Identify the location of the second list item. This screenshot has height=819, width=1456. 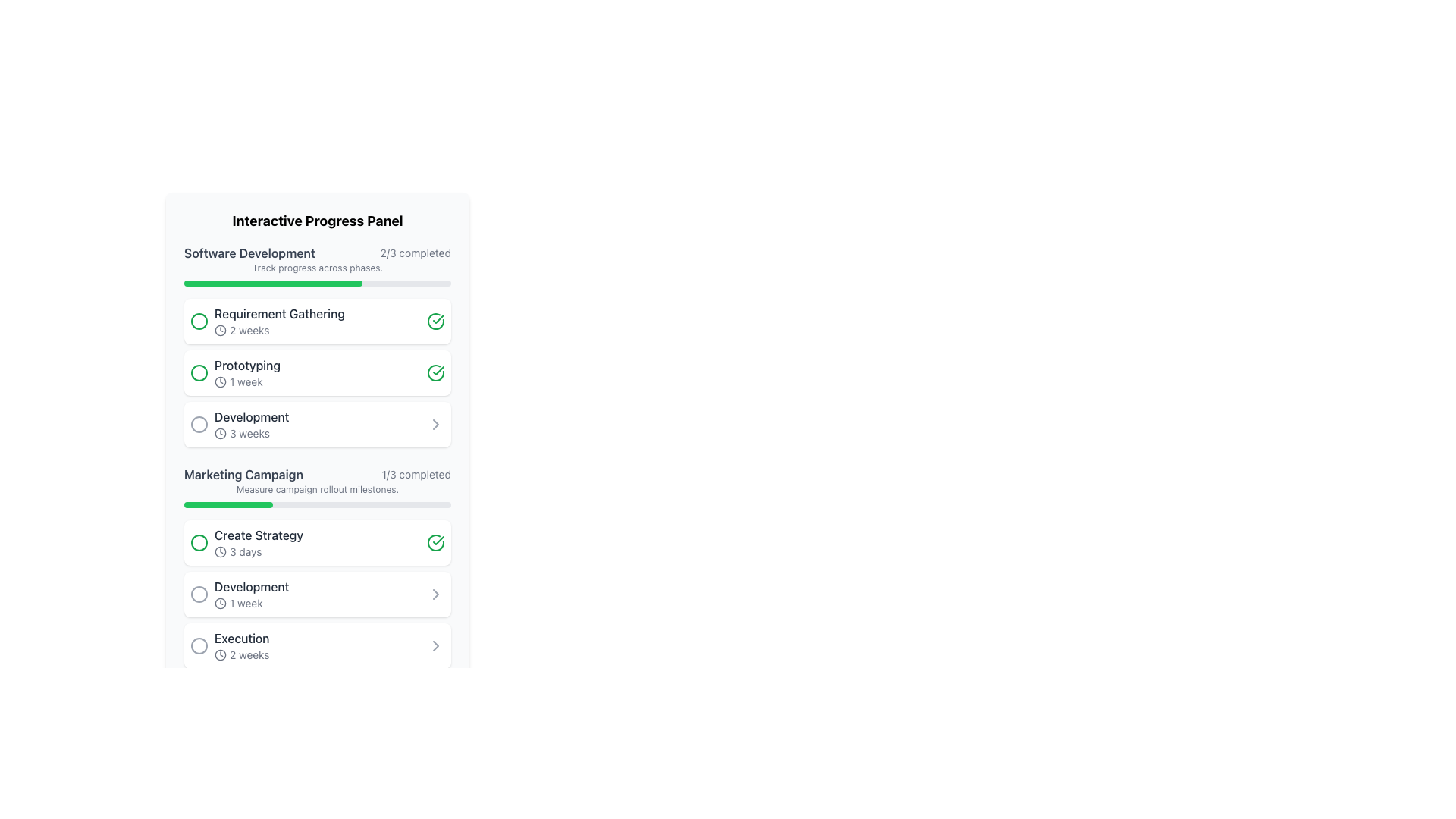
(316, 373).